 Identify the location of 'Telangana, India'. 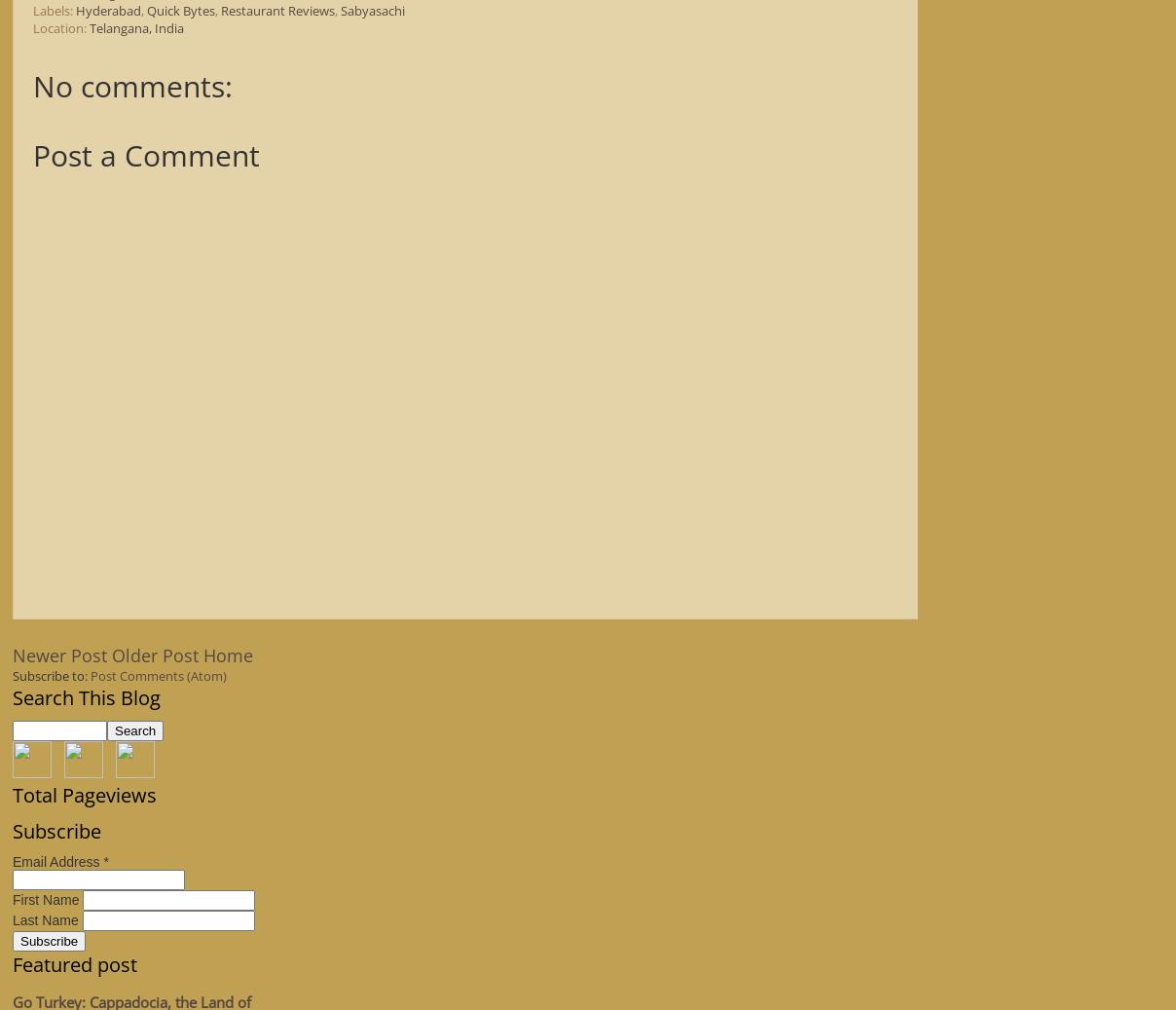
(135, 25).